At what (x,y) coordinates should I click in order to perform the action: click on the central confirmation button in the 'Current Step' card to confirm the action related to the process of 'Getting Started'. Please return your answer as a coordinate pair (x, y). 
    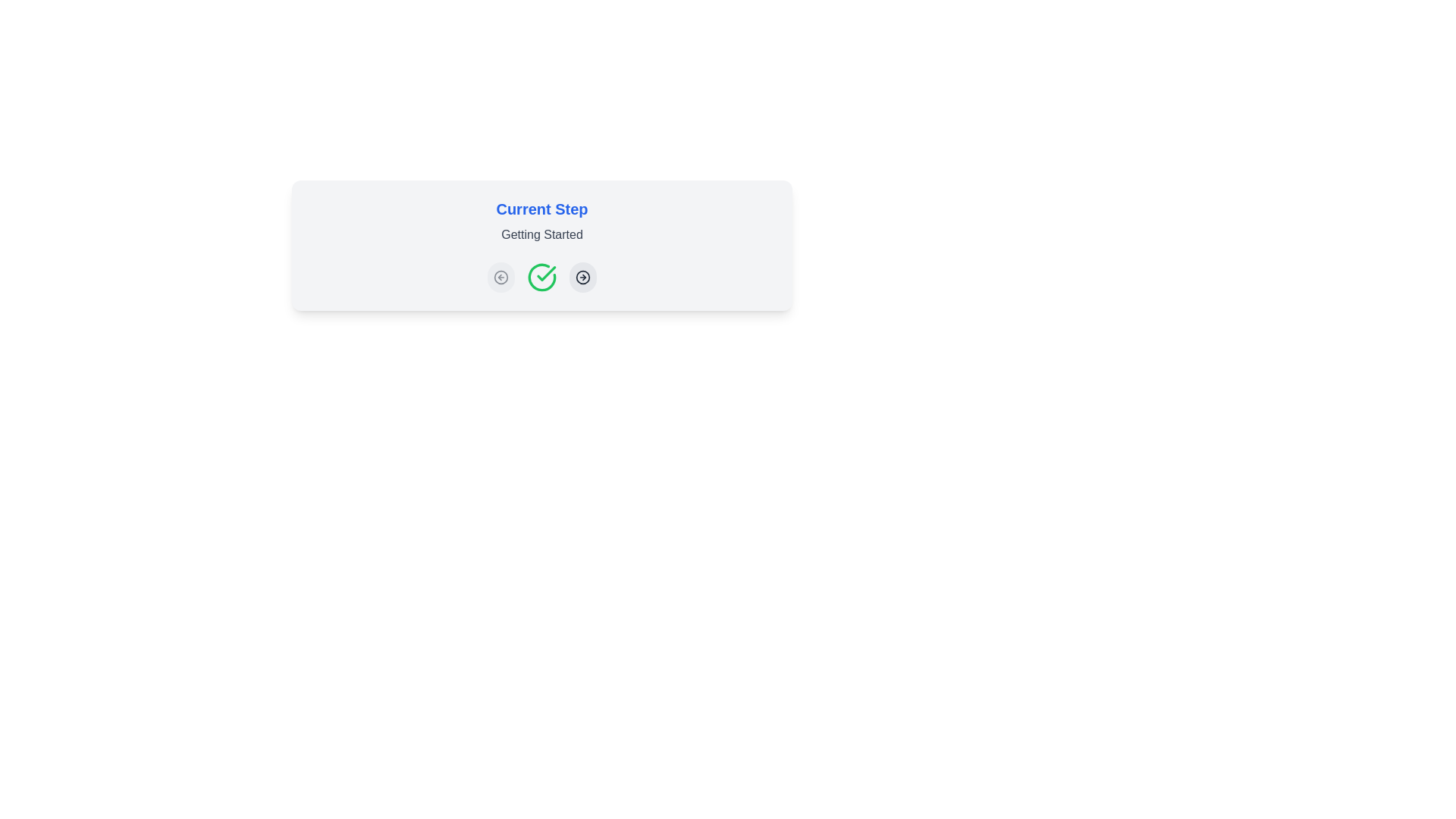
    Looking at the image, I should click on (542, 278).